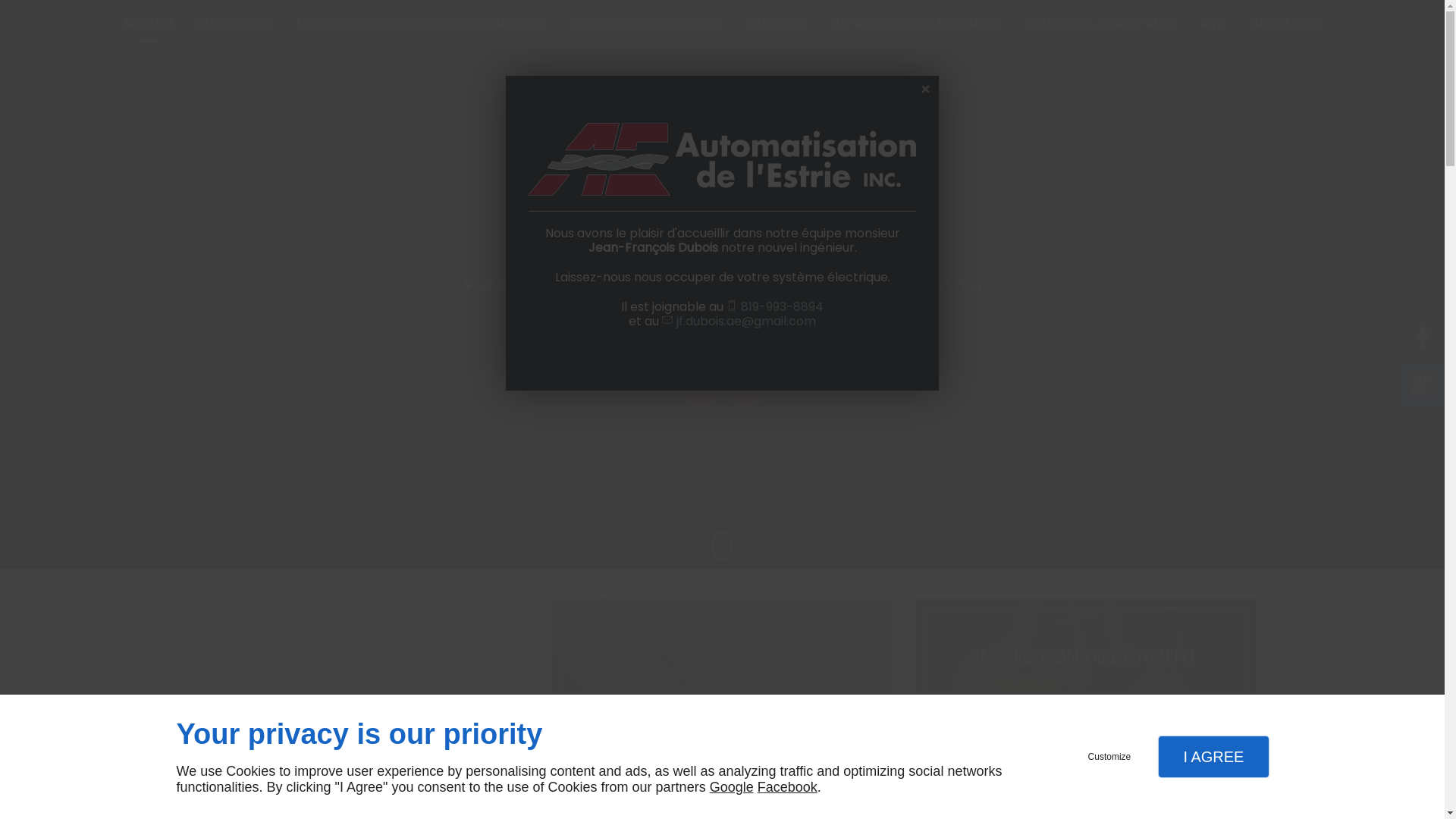 The width and height of the screenshot is (1456, 819). What do you see at coordinates (777, 24) in the screenshot?
I see `'PANNELIER'` at bounding box center [777, 24].